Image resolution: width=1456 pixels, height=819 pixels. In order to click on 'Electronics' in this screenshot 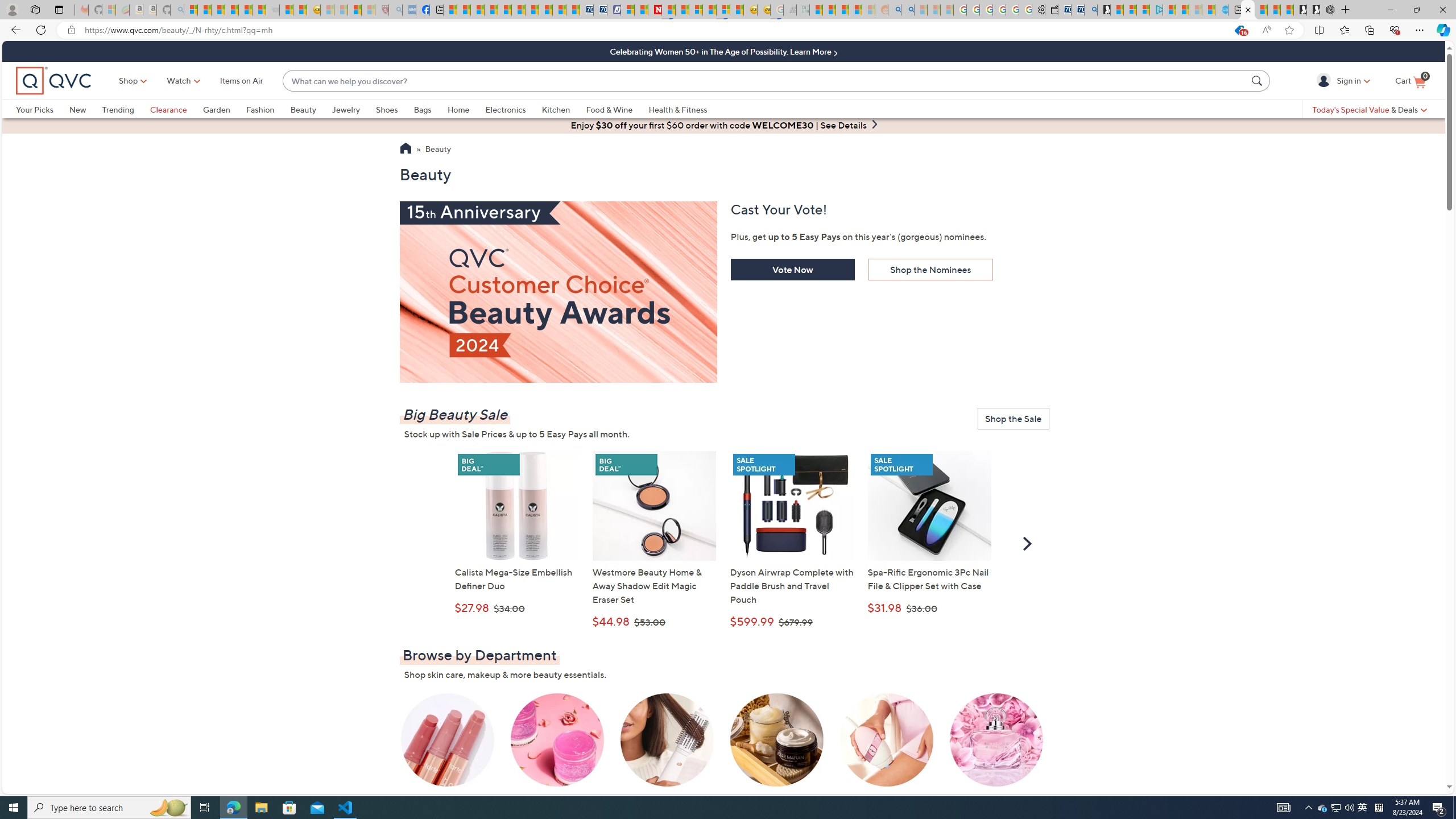, I will do `click(512, 109)`.